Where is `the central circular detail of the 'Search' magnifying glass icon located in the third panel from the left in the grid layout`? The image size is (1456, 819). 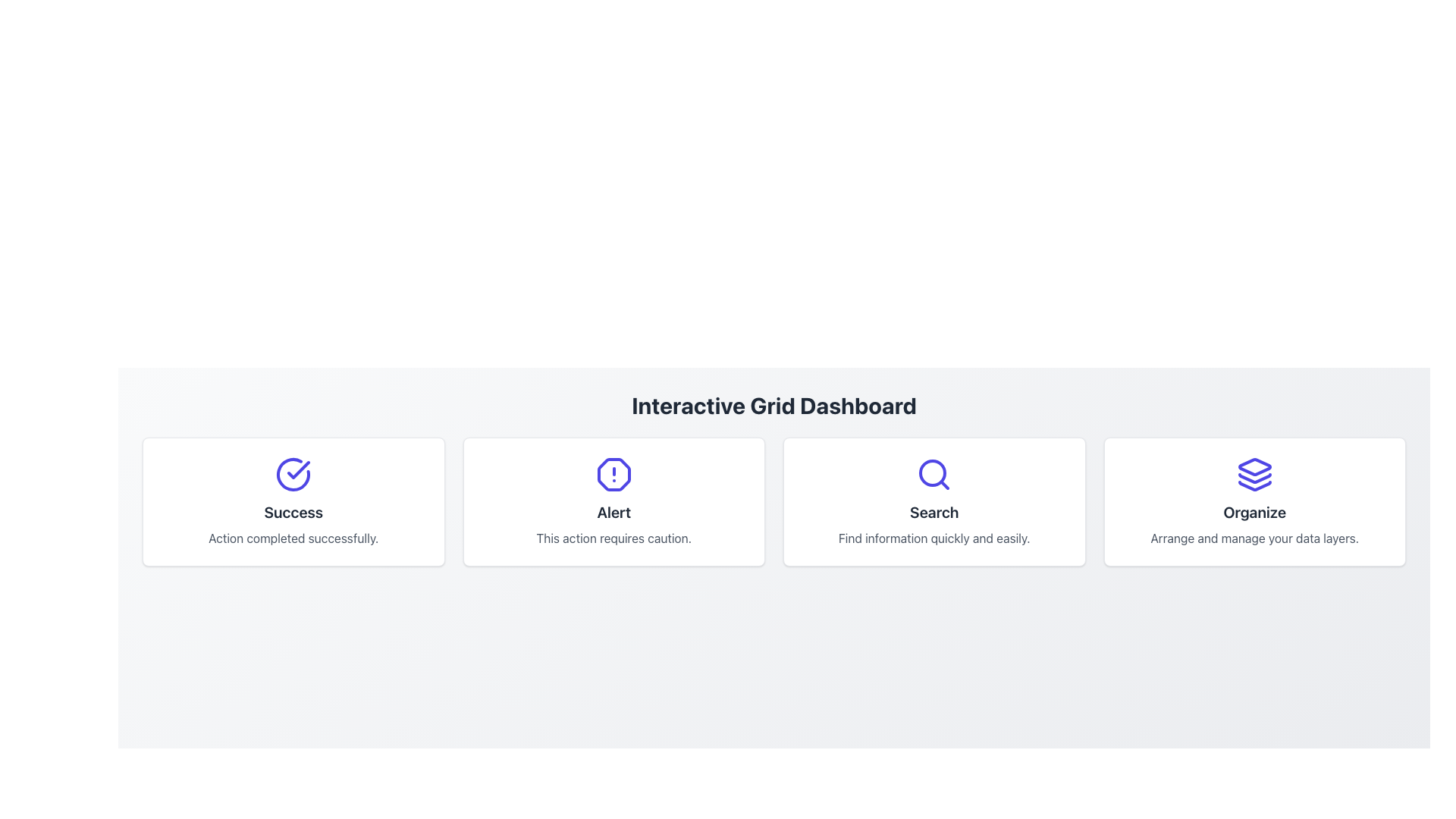 the central circular detail of the 'Search' magnifying glass icon located in the third panel from the left in the grid layout is located at coordinates (932, 472).